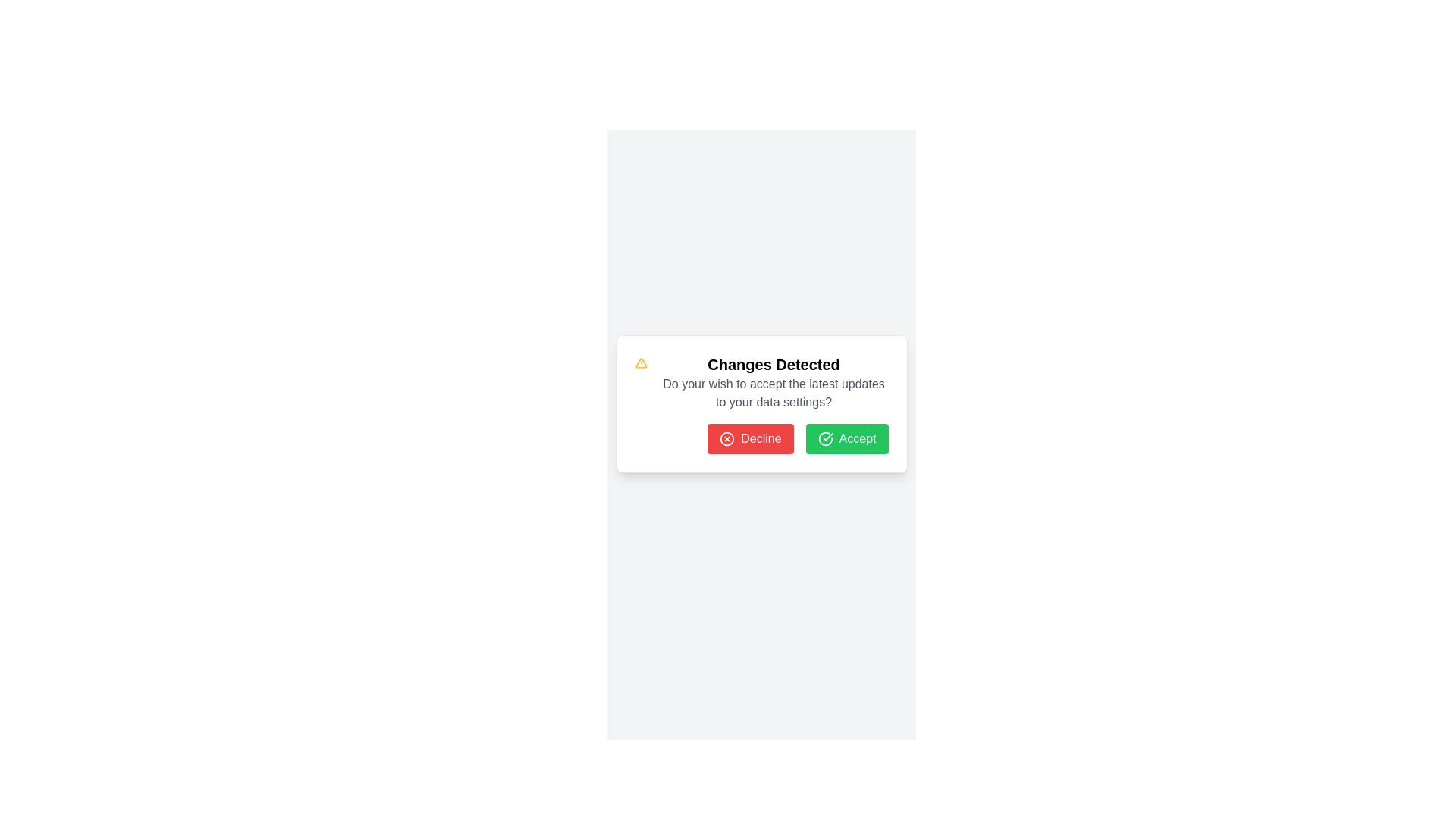  Describe the element at coordinates (824, 438) in the screenshot. I see `the appearance of the circular graphical icon segment located near the top-left corner of the dialog box, adjacent to the text heading 'Changes Detected'` at that location.